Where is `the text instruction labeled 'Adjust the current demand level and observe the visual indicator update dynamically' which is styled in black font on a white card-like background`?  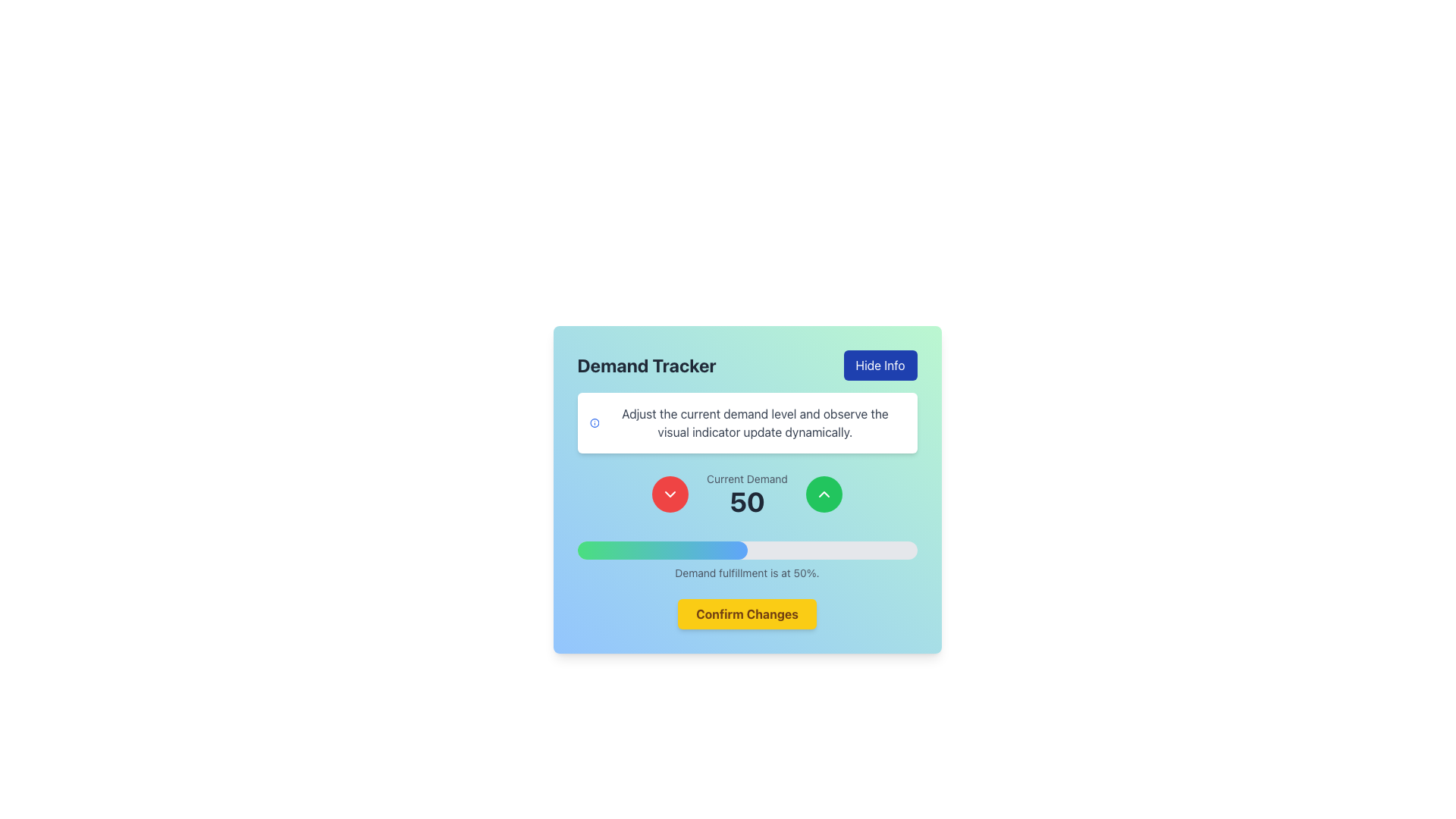 the text instruction labeled 'Adjust the current demand level and observe the visual indicator update dynamically' which is styled in black font on a white card-like background is located at coordinates (755, 423).